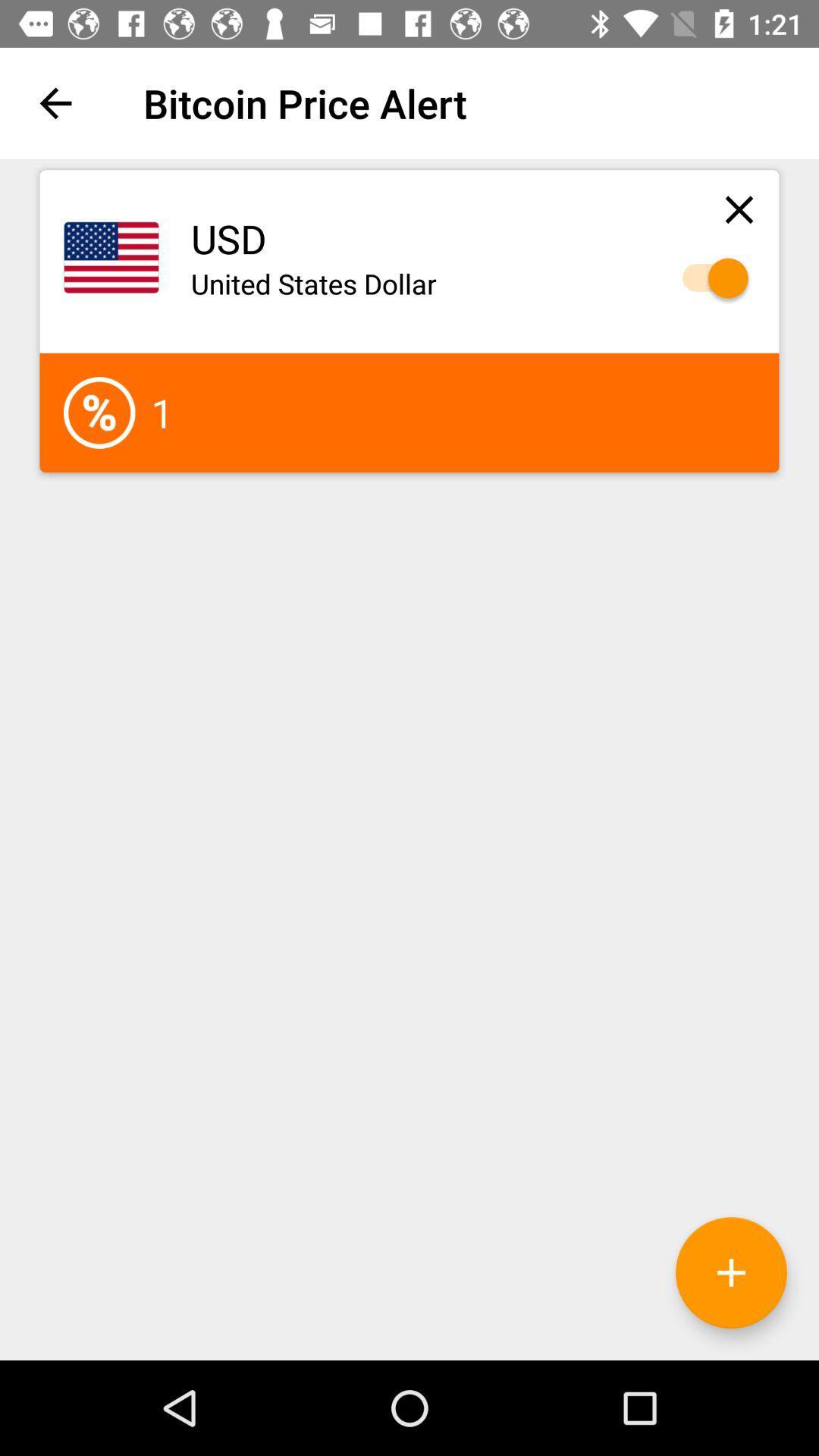  I want to click on the item to the left of bitcoin price alert icon, so click(55, 102).